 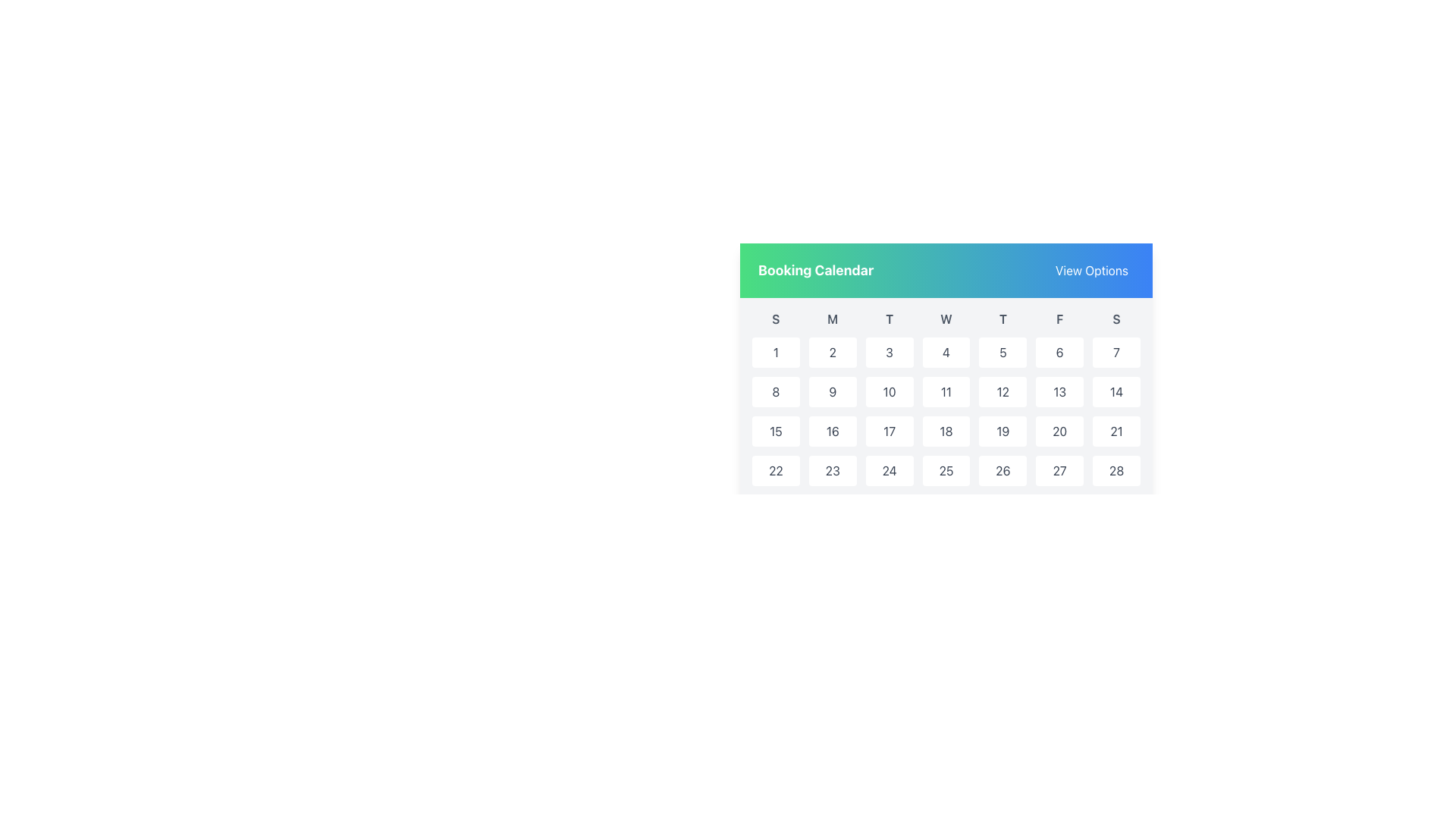 What do you see at coordinates (832, 431) in the screenshot?
I see `the calendar date cell displaying the number '16'` at bounding box center [832, 431].